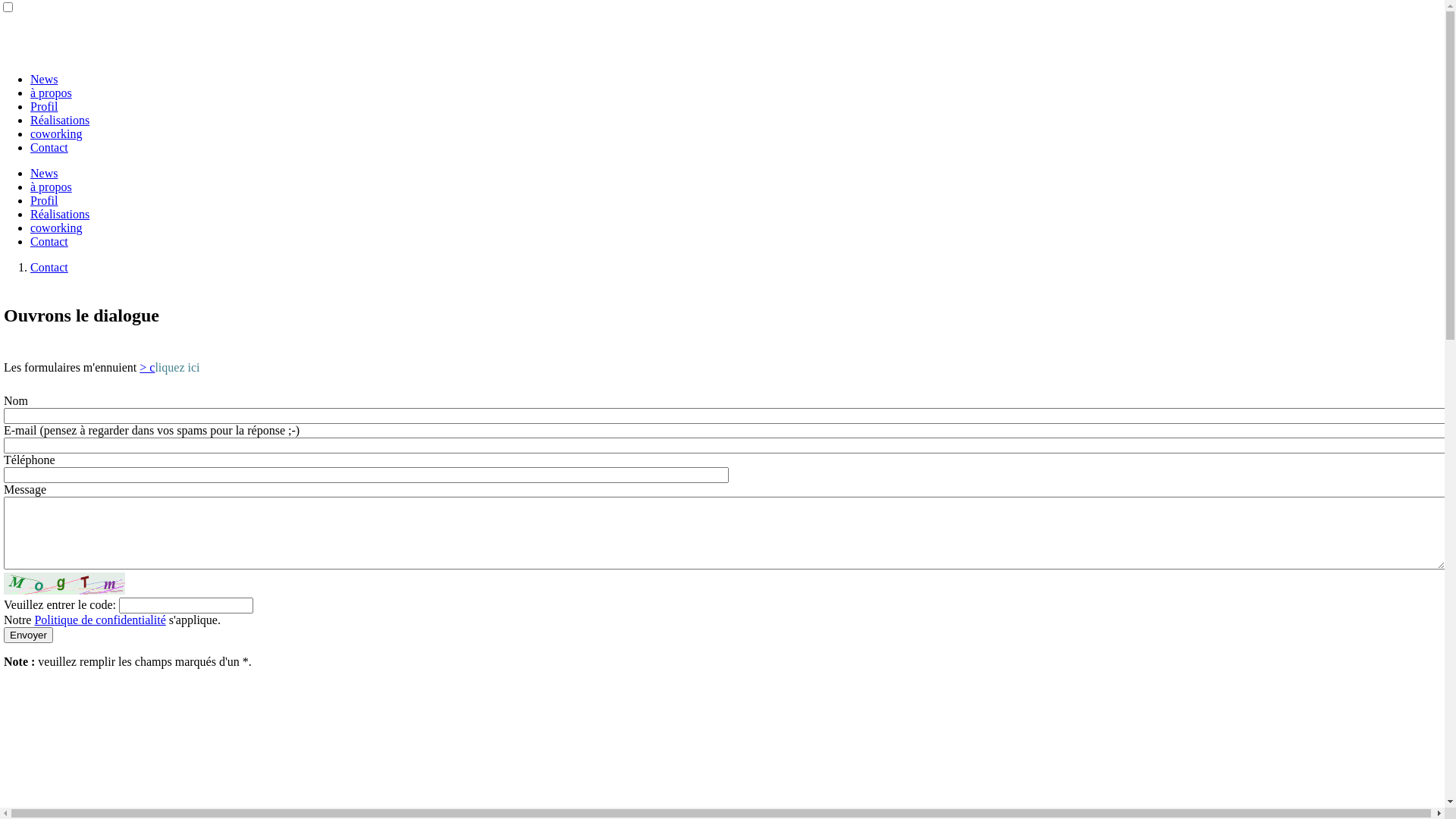 The width and height of the screenshot is (1456, 819). I want to click on 'News', so click(43, 79).